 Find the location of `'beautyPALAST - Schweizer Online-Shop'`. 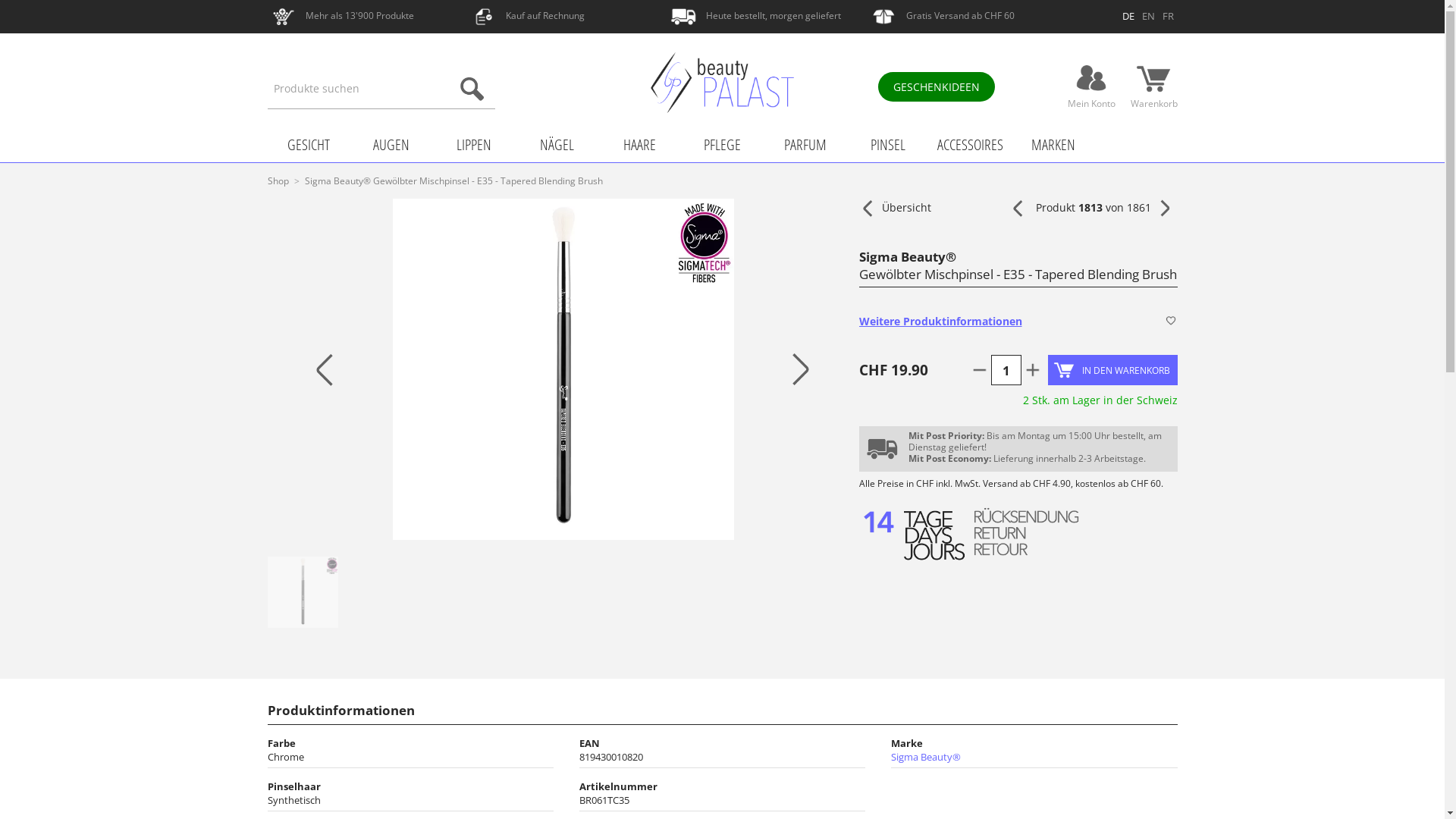

'beautyPALAST - Schweizer Online-Shop' is located at coordinates (721, 82).